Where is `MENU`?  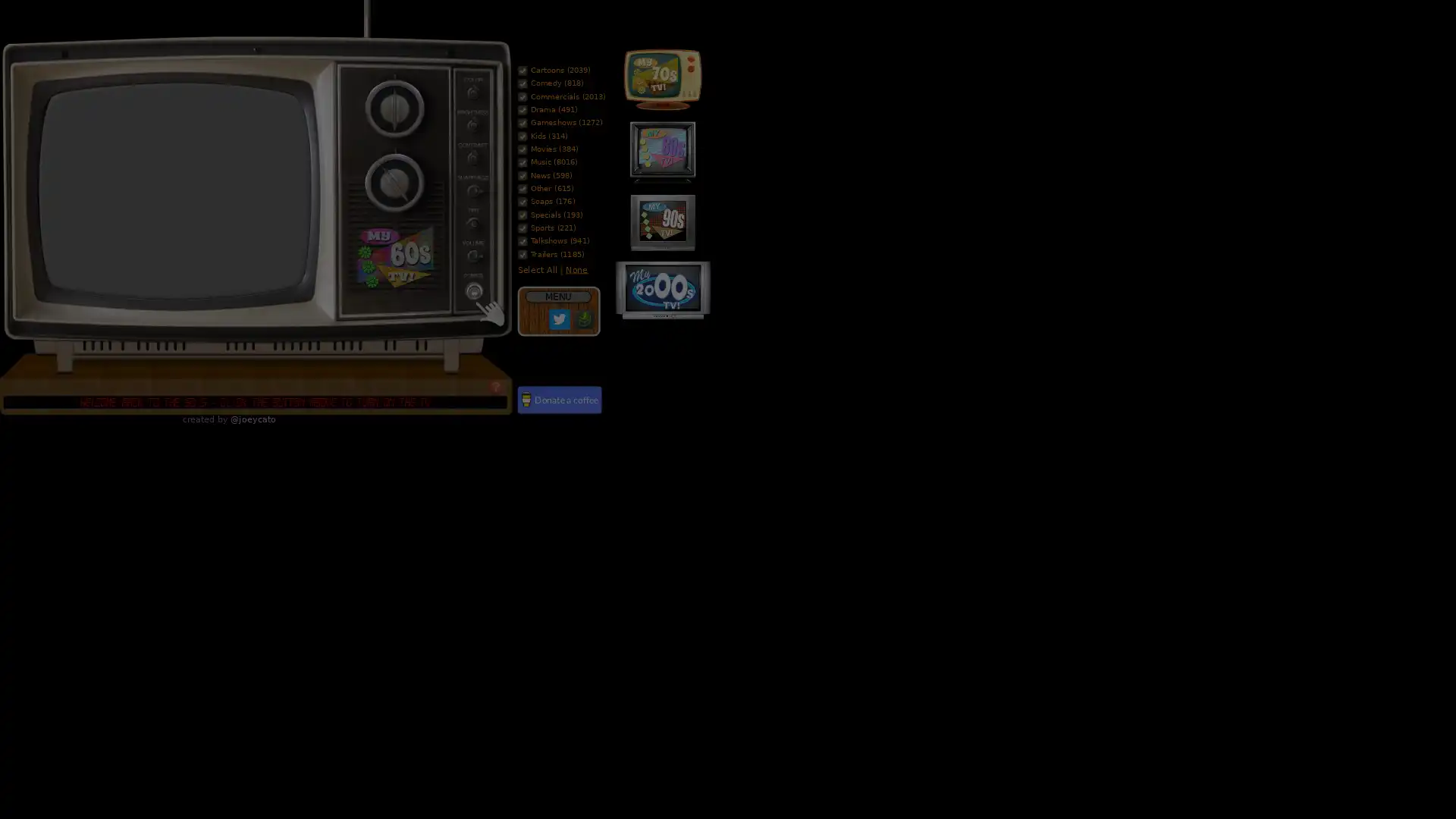
MENU is located at coordinates (557, 296).